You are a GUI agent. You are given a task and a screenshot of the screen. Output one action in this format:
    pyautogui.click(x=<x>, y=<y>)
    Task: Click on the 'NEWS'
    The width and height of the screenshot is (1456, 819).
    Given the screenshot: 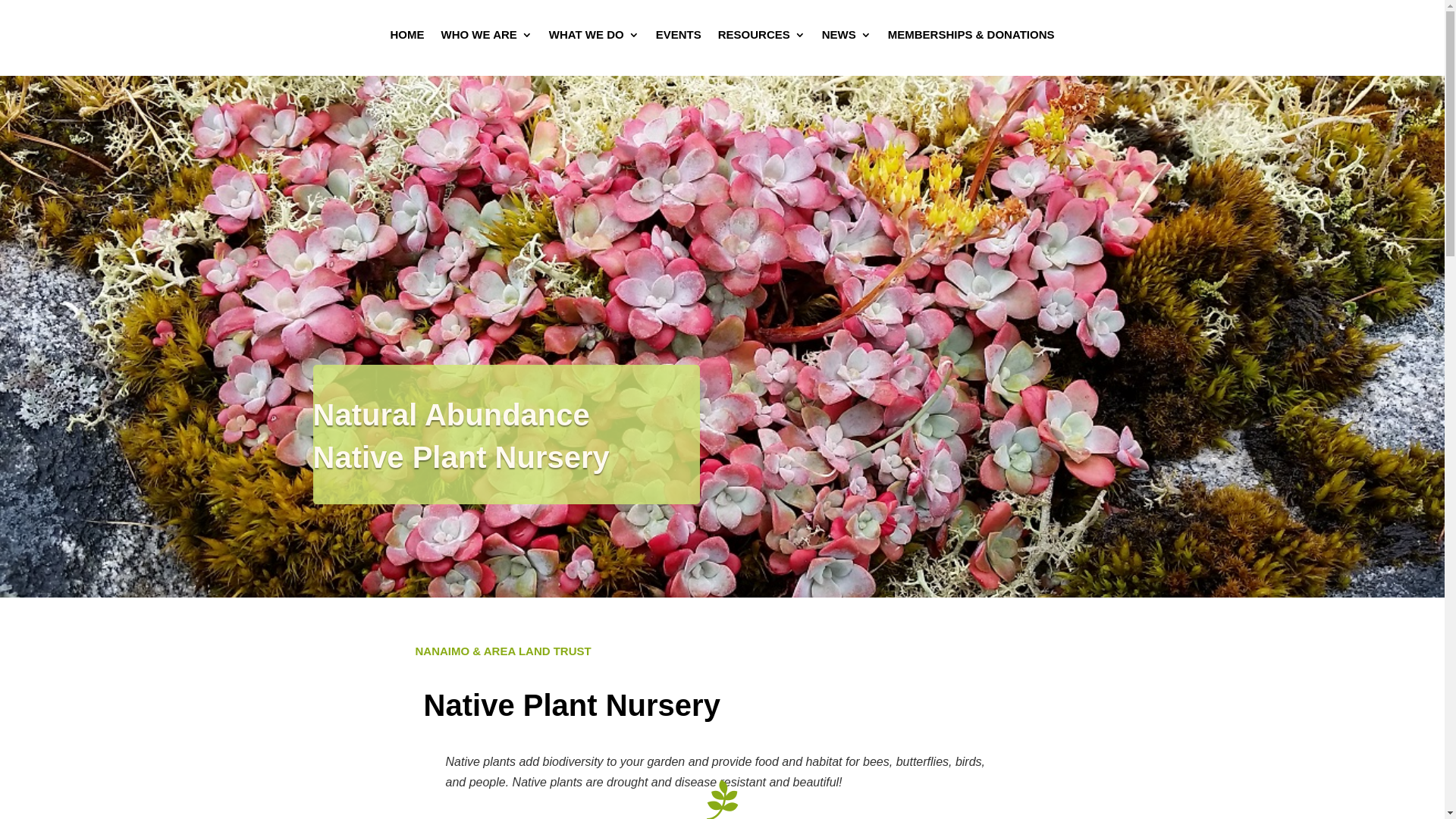 What is the action you would take?
    pyautogui.click(x=821, y=37)
    